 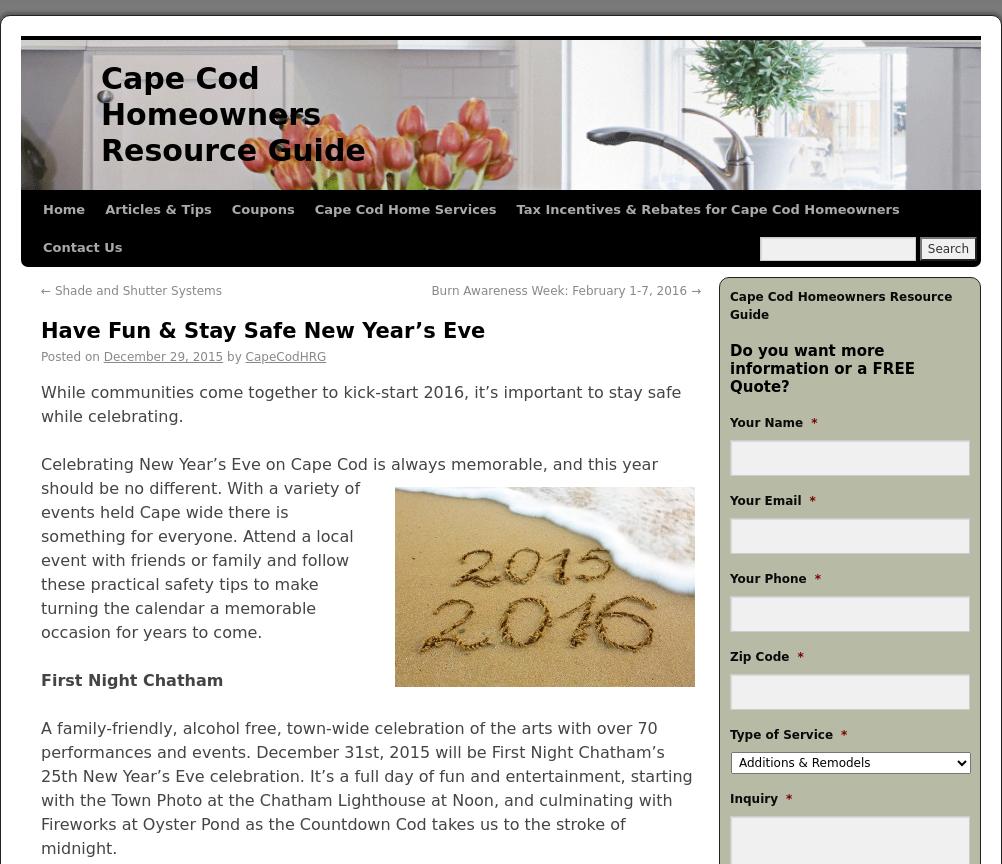 I want to click on 'Type of Service', so click(x=780, y=735).